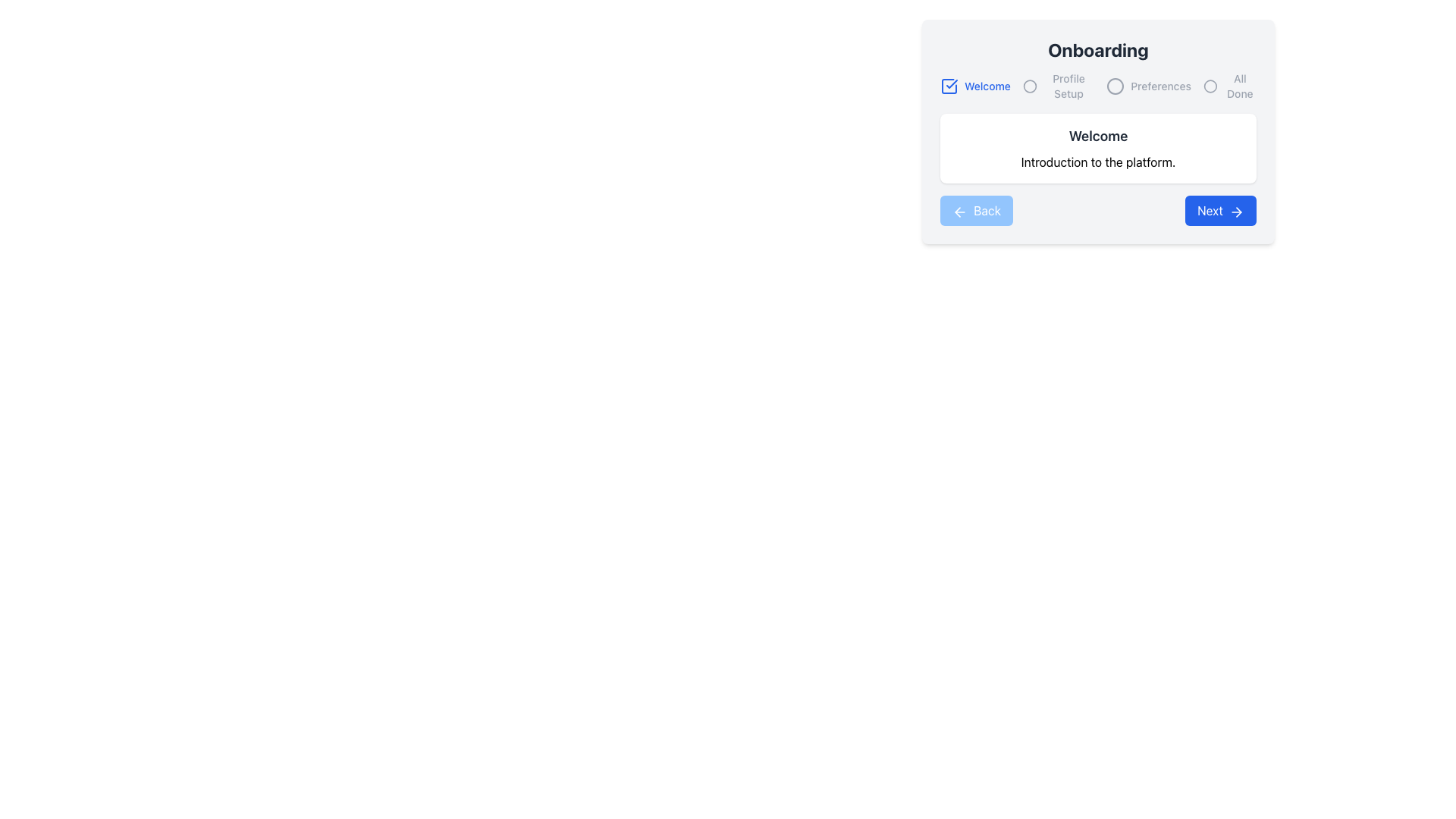  Describe the element at coordinates (1149, 86) in the screenshot. I see `the 'Preferences' step indicator in the onboarding navigation step series, which is the third element under the 'Onboarding' heading` at that location.